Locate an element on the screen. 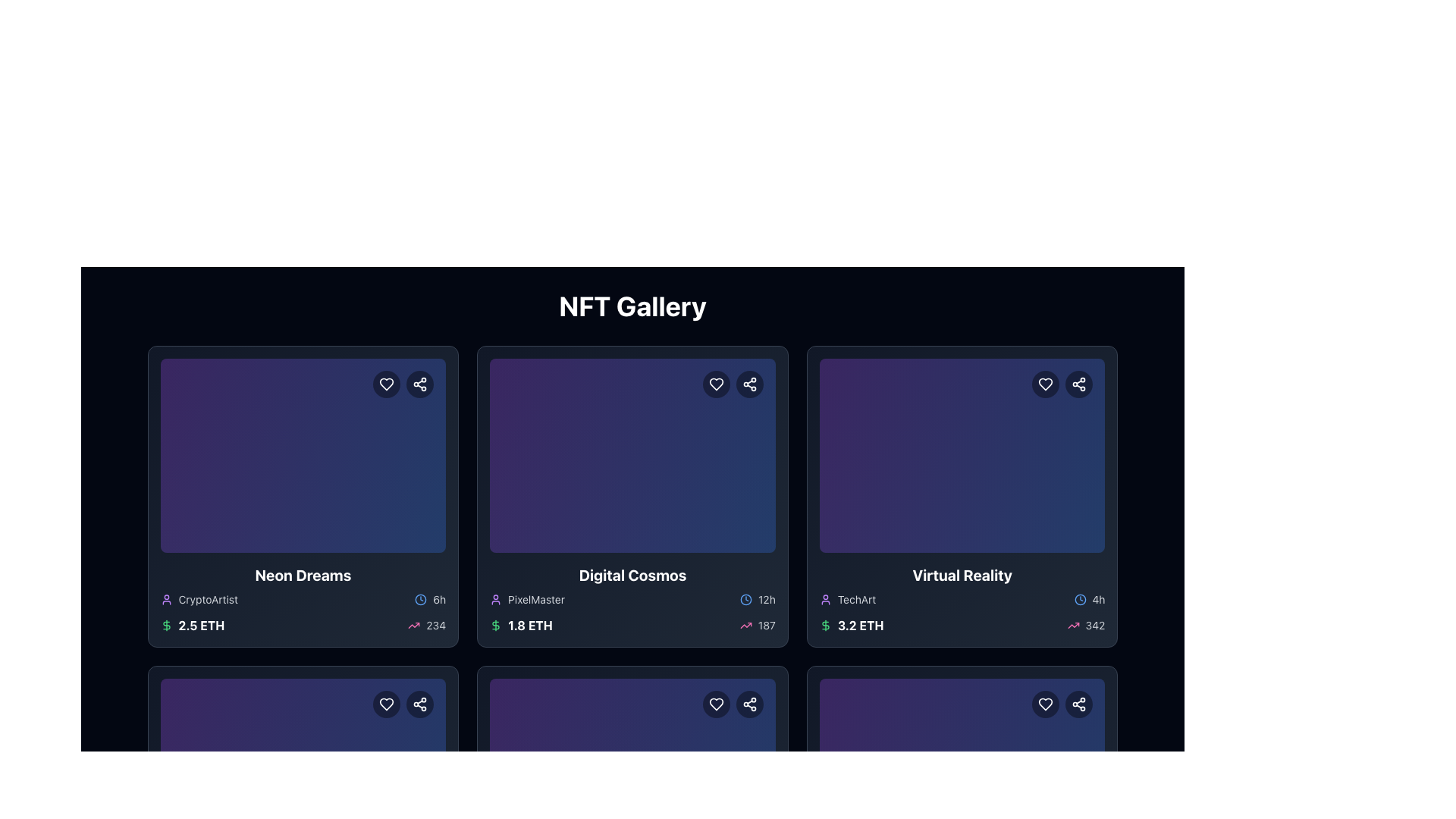 This screenshot has width=1456, height=819. the favorite button located at the top right corner of the 'Neon Dreams' NFT card is located at coordinates (386, 383).